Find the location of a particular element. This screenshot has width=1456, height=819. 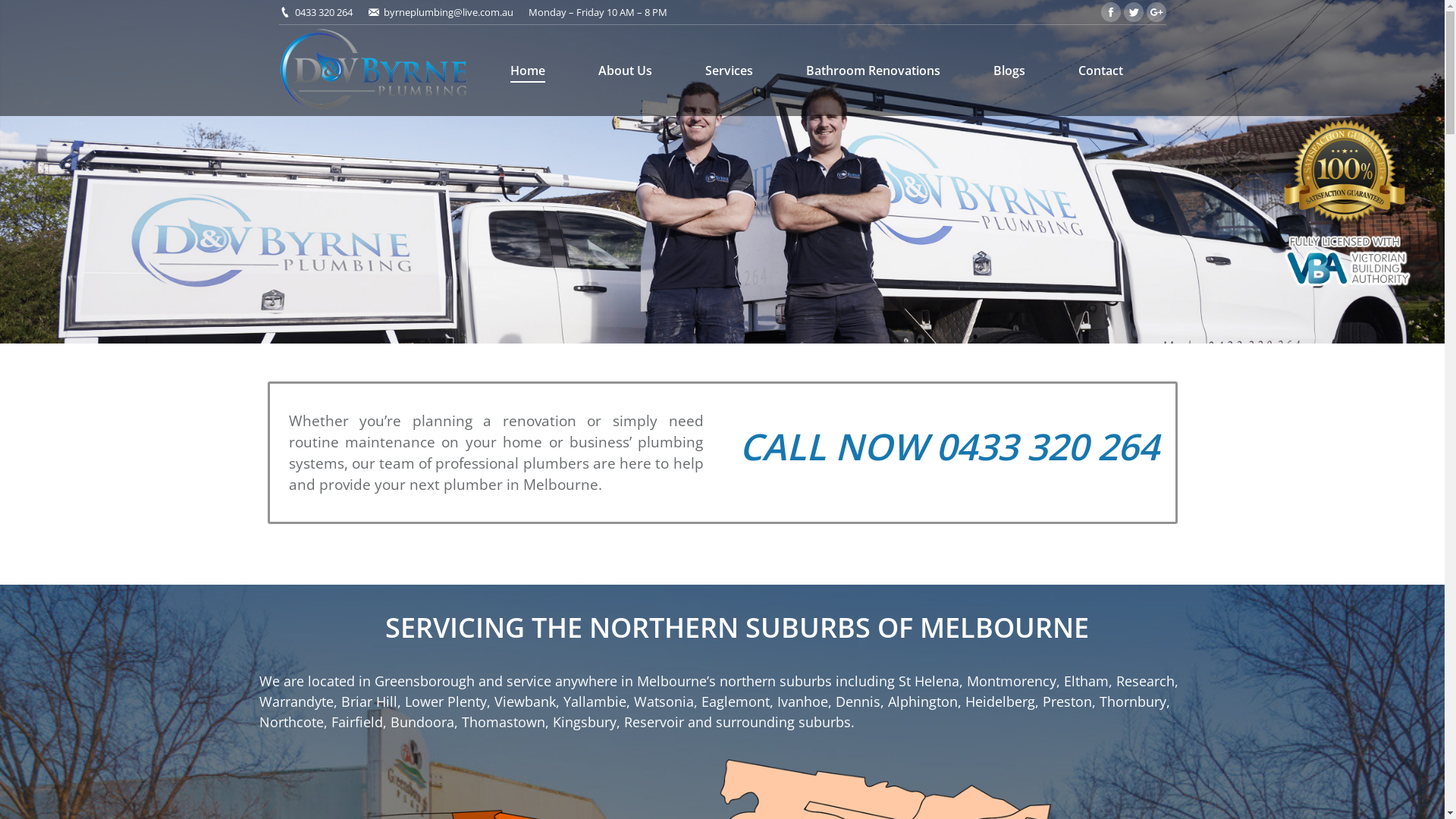

'Facebook' is located at coordinates (1100, 11).